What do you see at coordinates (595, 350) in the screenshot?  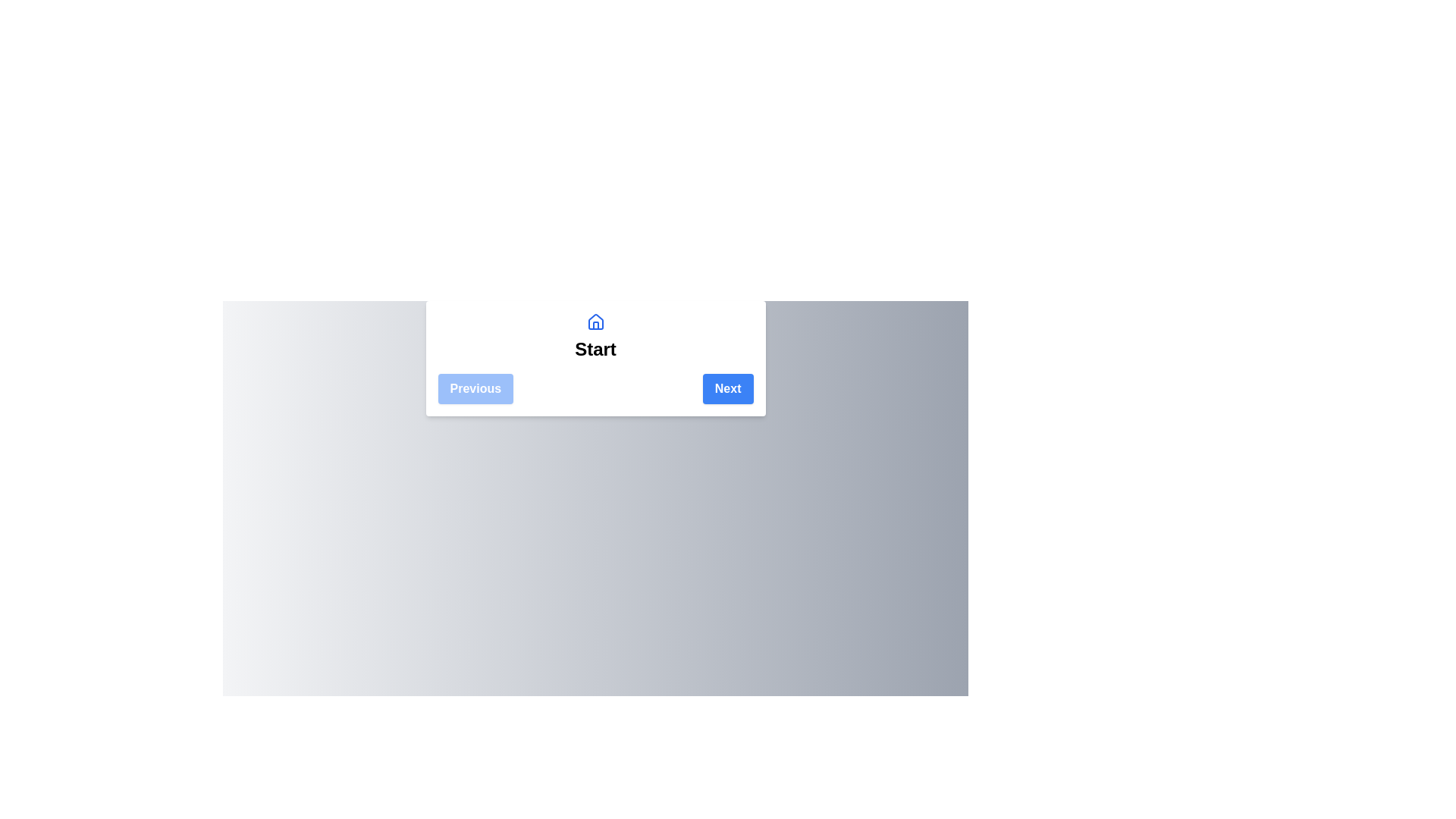 I see `the text label indicating the initiation of the associated section or process, located below a house icon in the columnar layout` at bounding box center [595, 350].